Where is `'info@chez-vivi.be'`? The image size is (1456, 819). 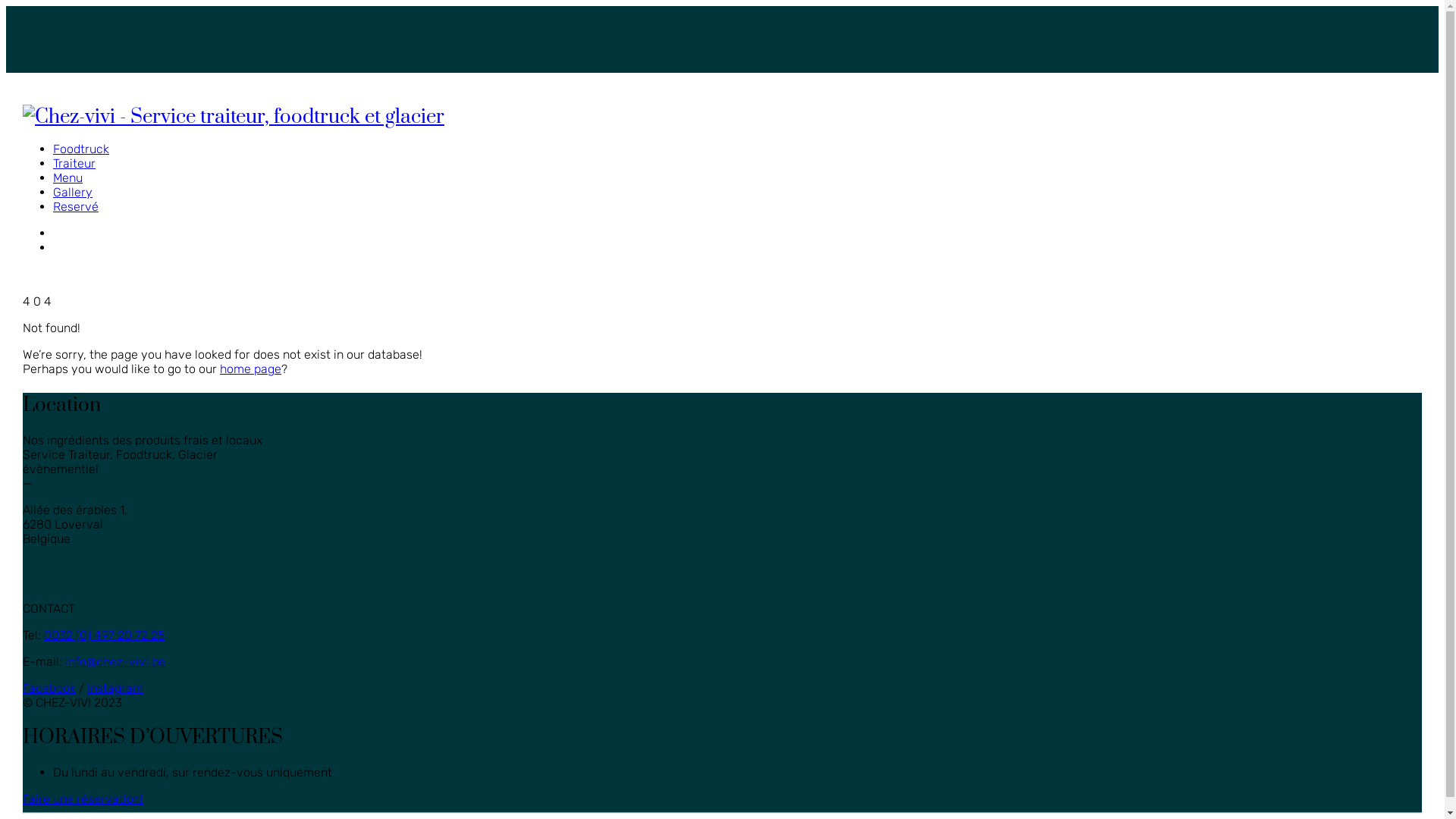
'info@chez-vivi.be' is located at coordinates (115, 661).